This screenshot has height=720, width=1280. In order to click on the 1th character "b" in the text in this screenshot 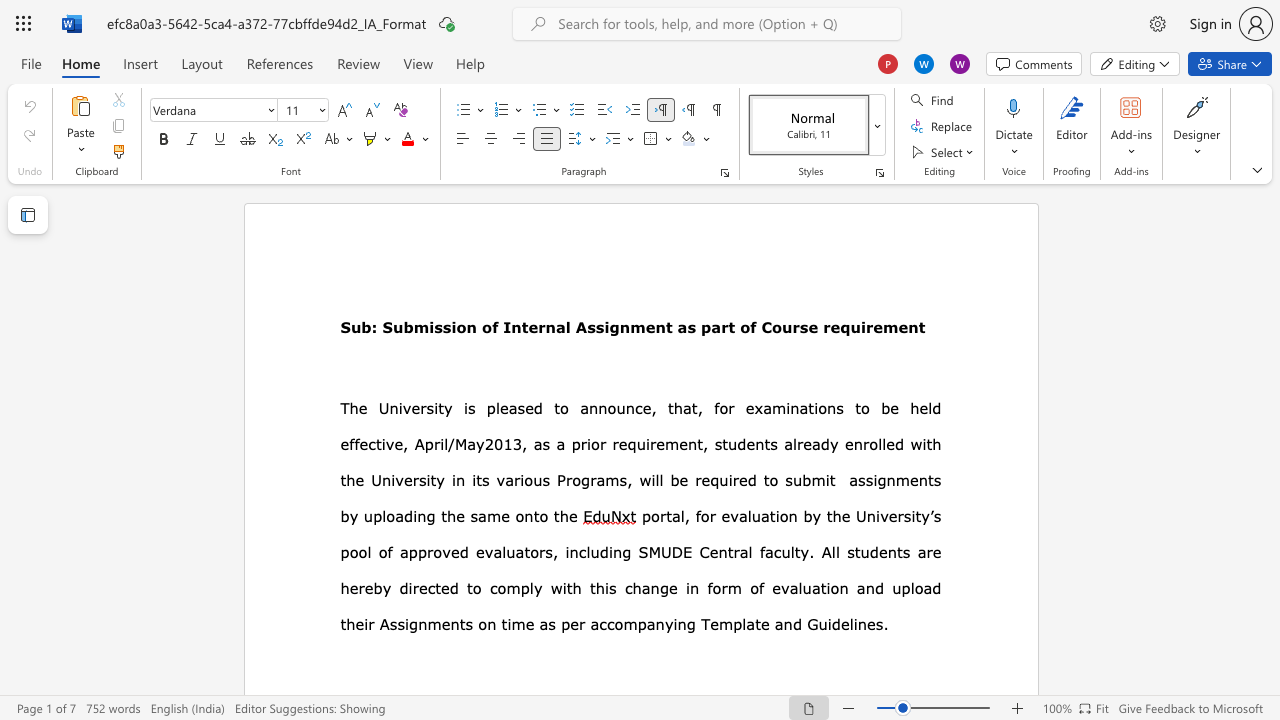, I will do `click(806, 480)`.